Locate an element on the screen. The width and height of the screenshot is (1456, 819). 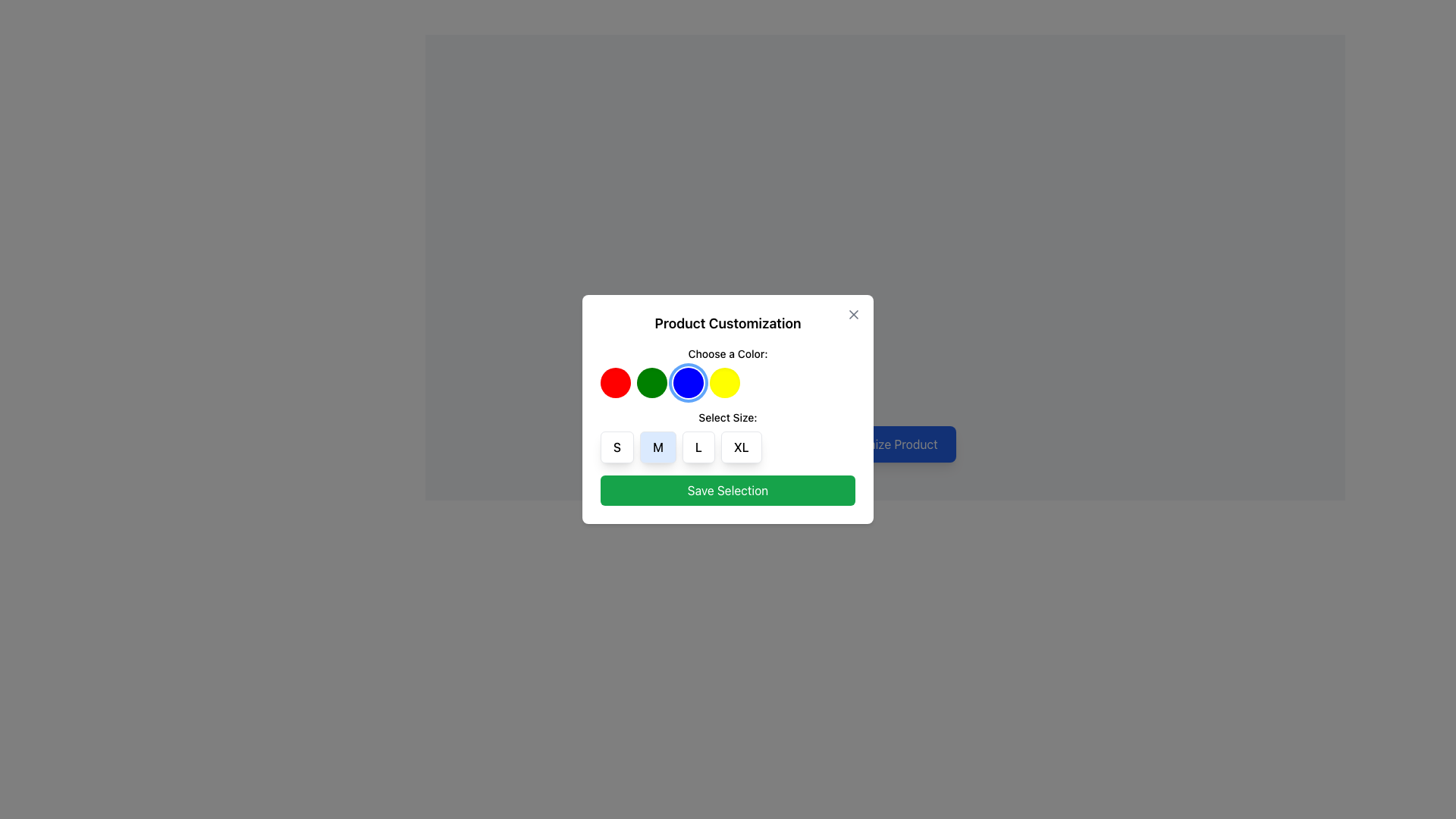
the first circular button on the left in the 'Product Customization' panel is located at coordinates (615, 382).